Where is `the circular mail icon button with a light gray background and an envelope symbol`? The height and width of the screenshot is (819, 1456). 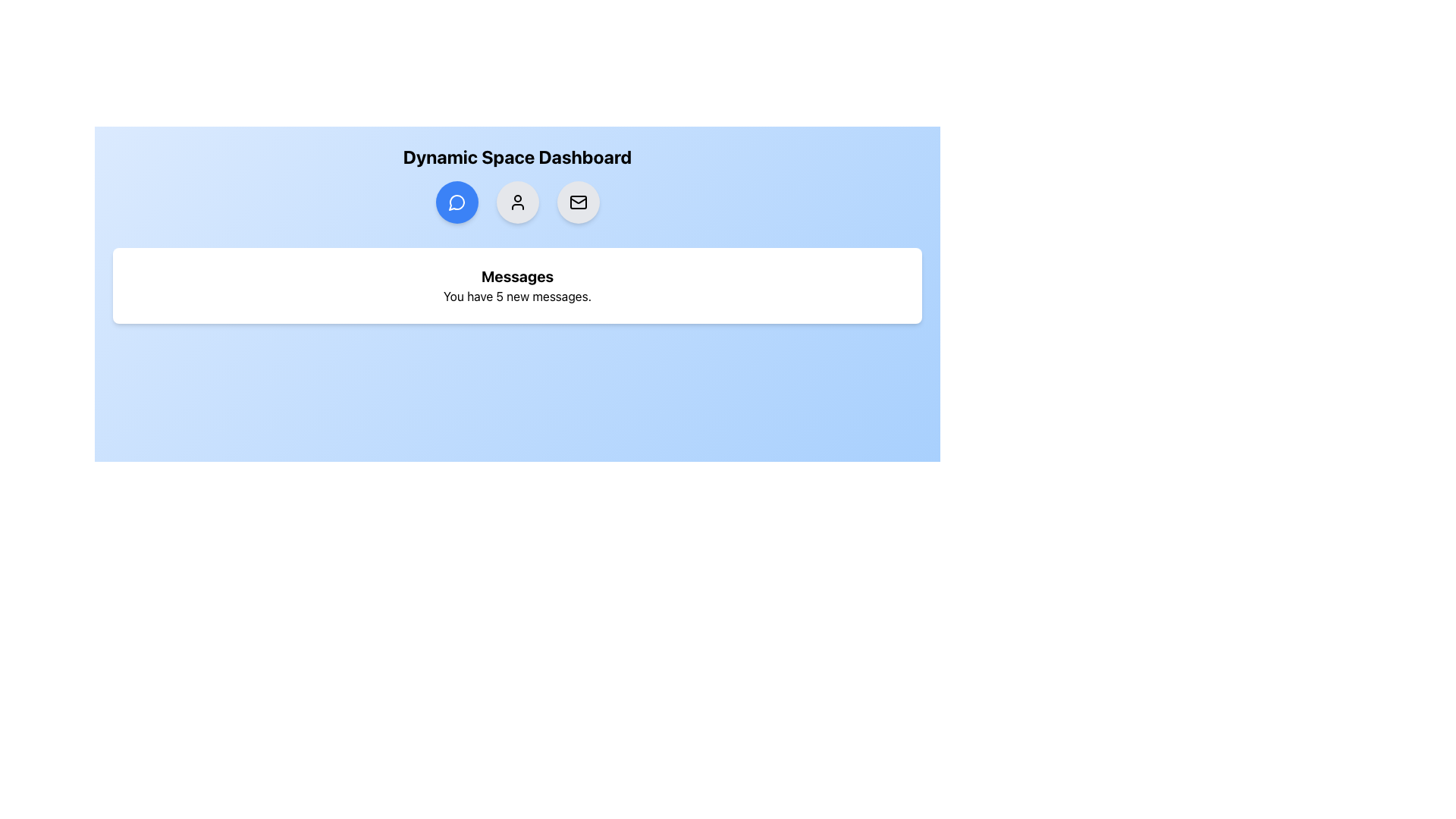 the circular mail icon button with a light gray background and an envelope symbol is located at coordinates (577, 201).